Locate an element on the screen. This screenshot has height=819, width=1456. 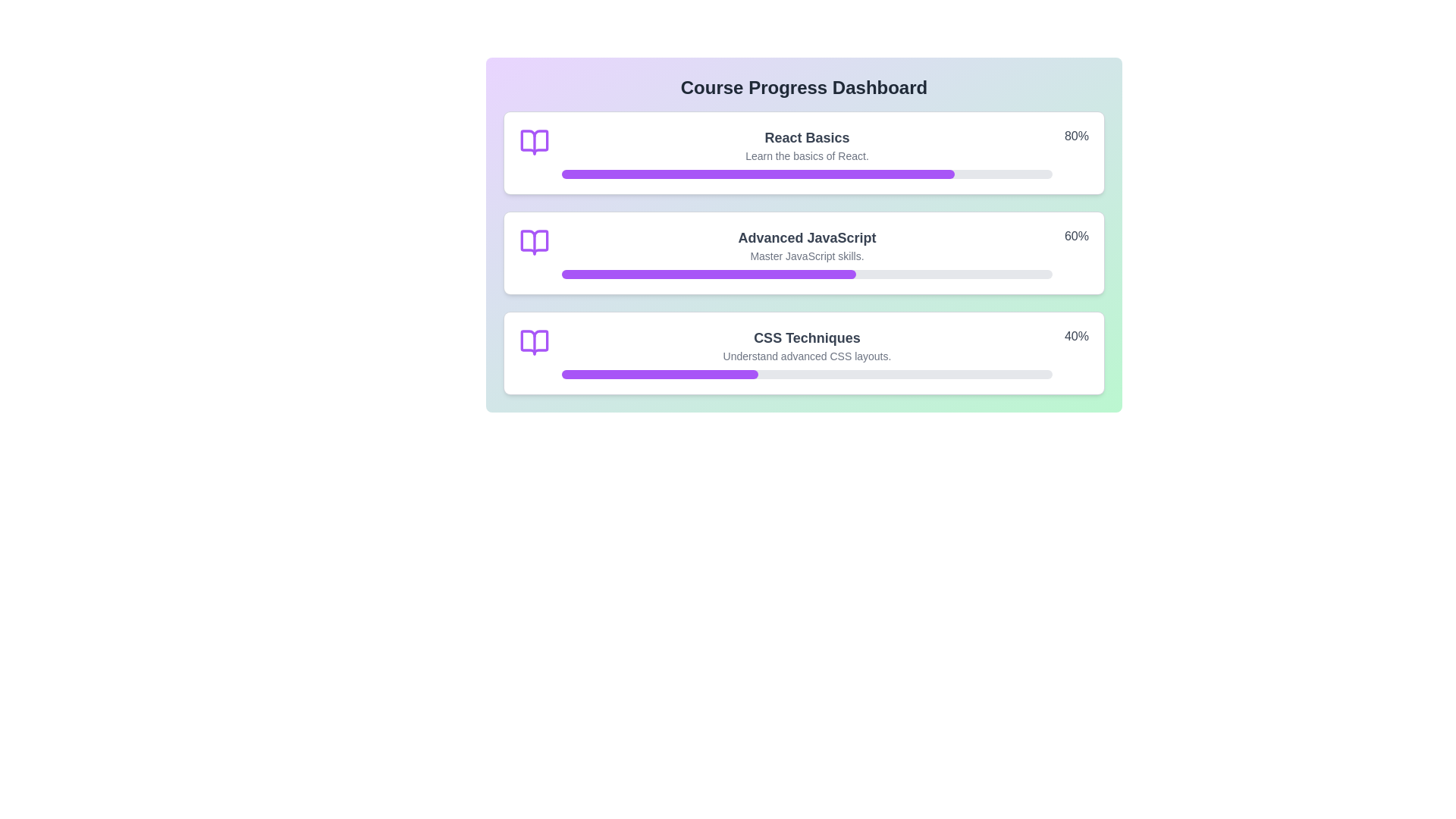
the text-based informational header that displays 'Advanced JavaScript' and 'Master JavaScript skills.' is located at coordinates (806, 253).